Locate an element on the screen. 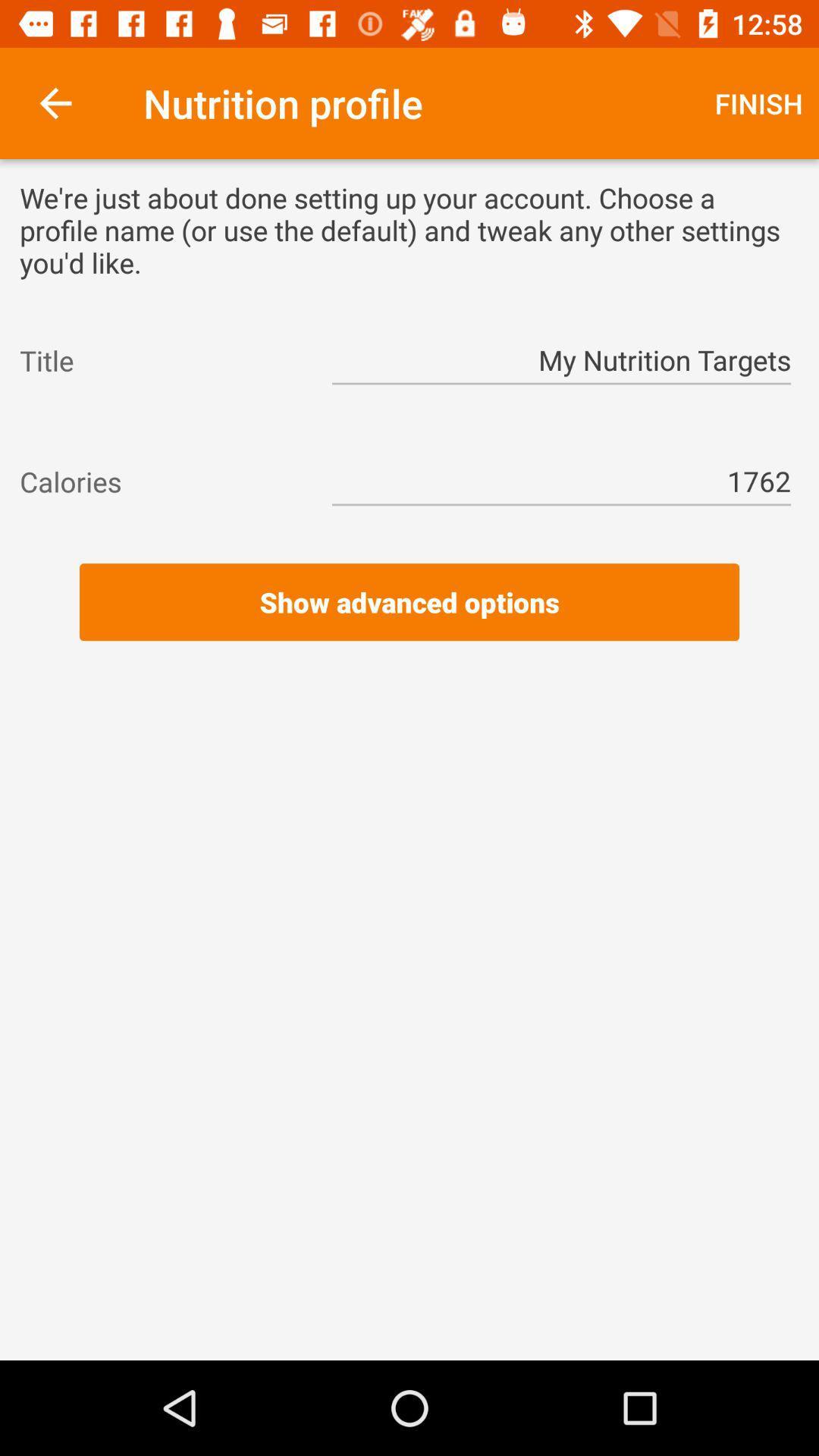  the icon next to nutrition profile item is located at coordinates (758, 102).